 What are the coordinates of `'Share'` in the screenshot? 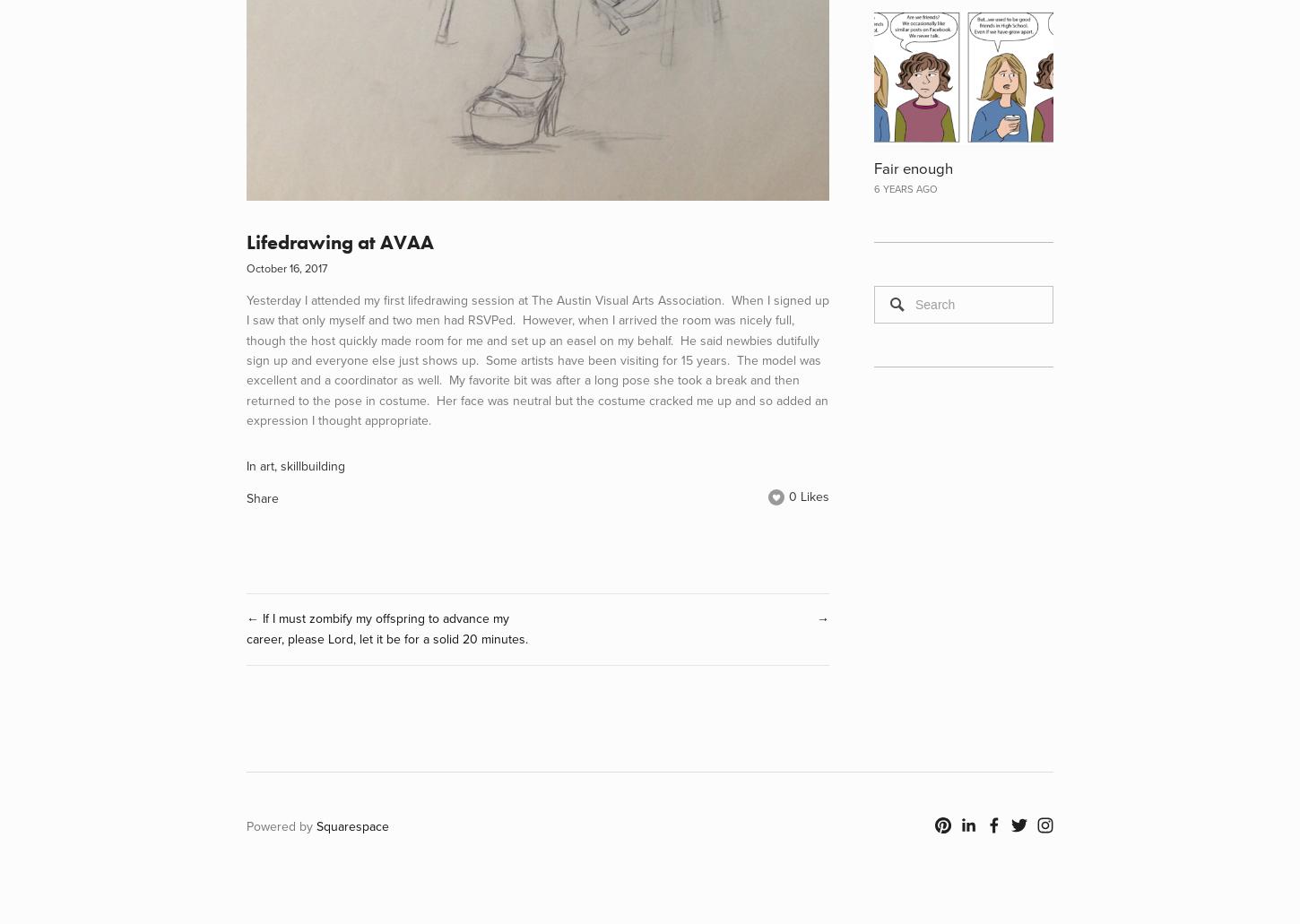 It's located at (263, 497).